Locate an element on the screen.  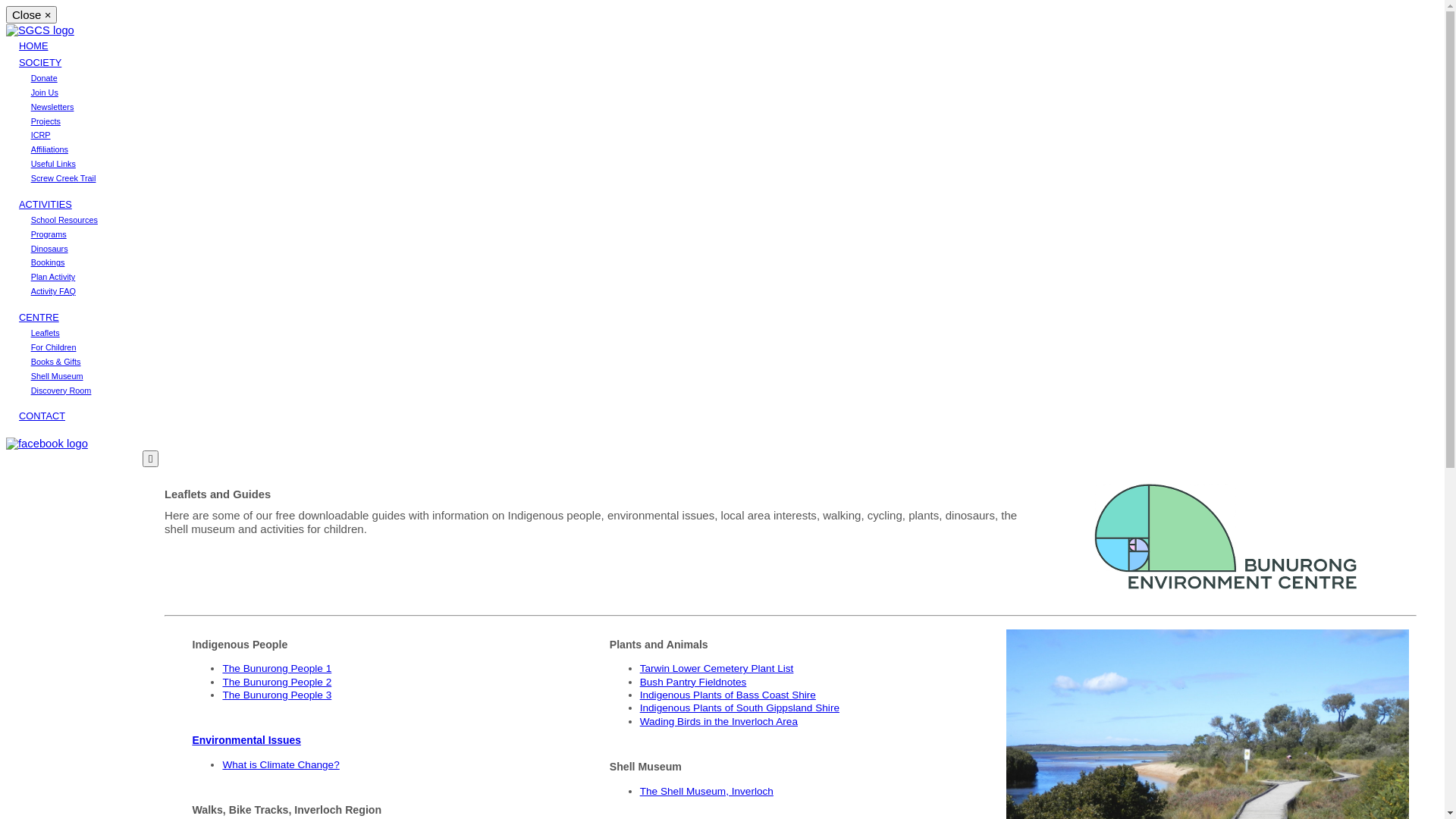
'Donate' is located at coordinates (44, 78).